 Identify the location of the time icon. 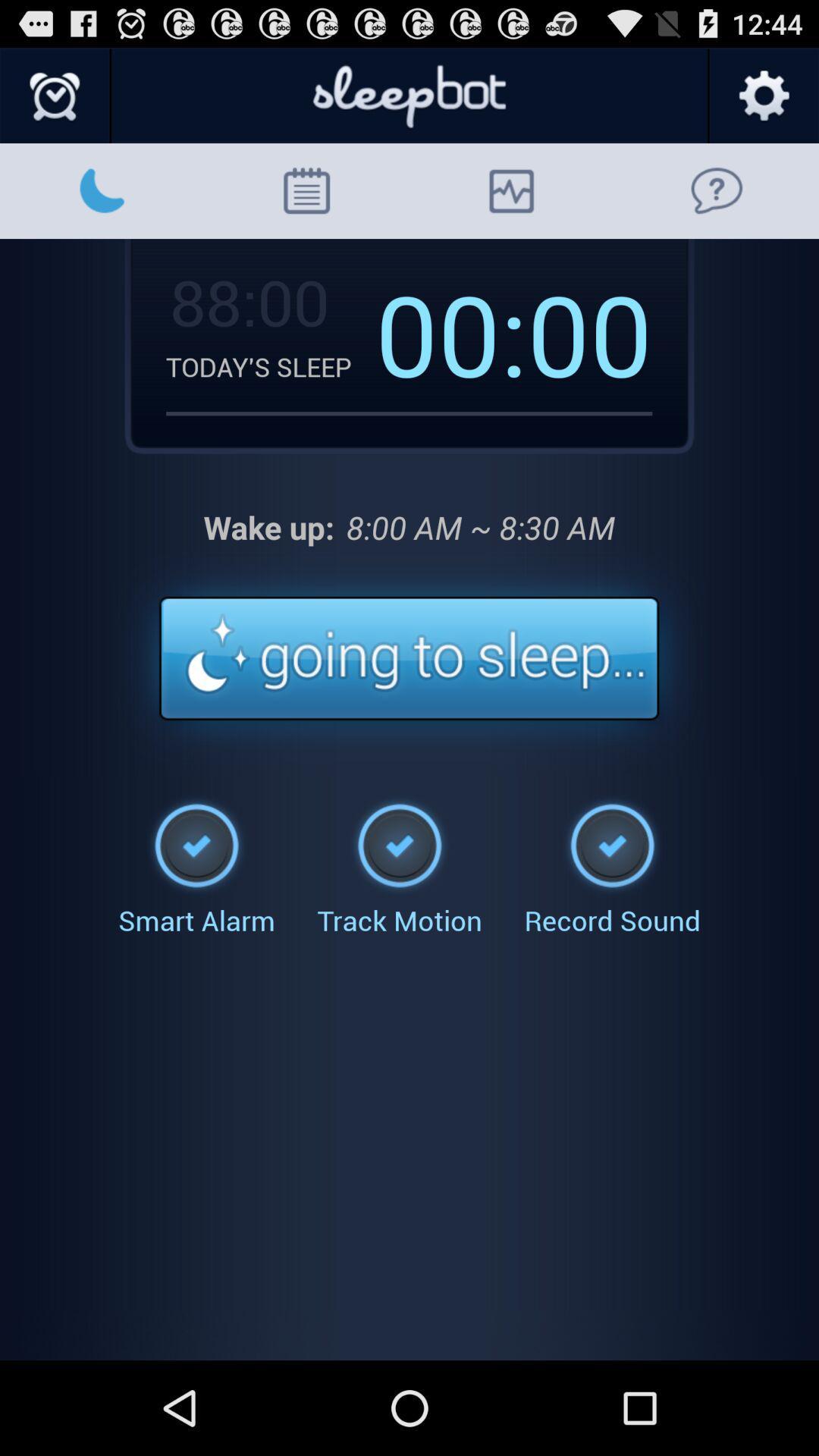
(55, 102).